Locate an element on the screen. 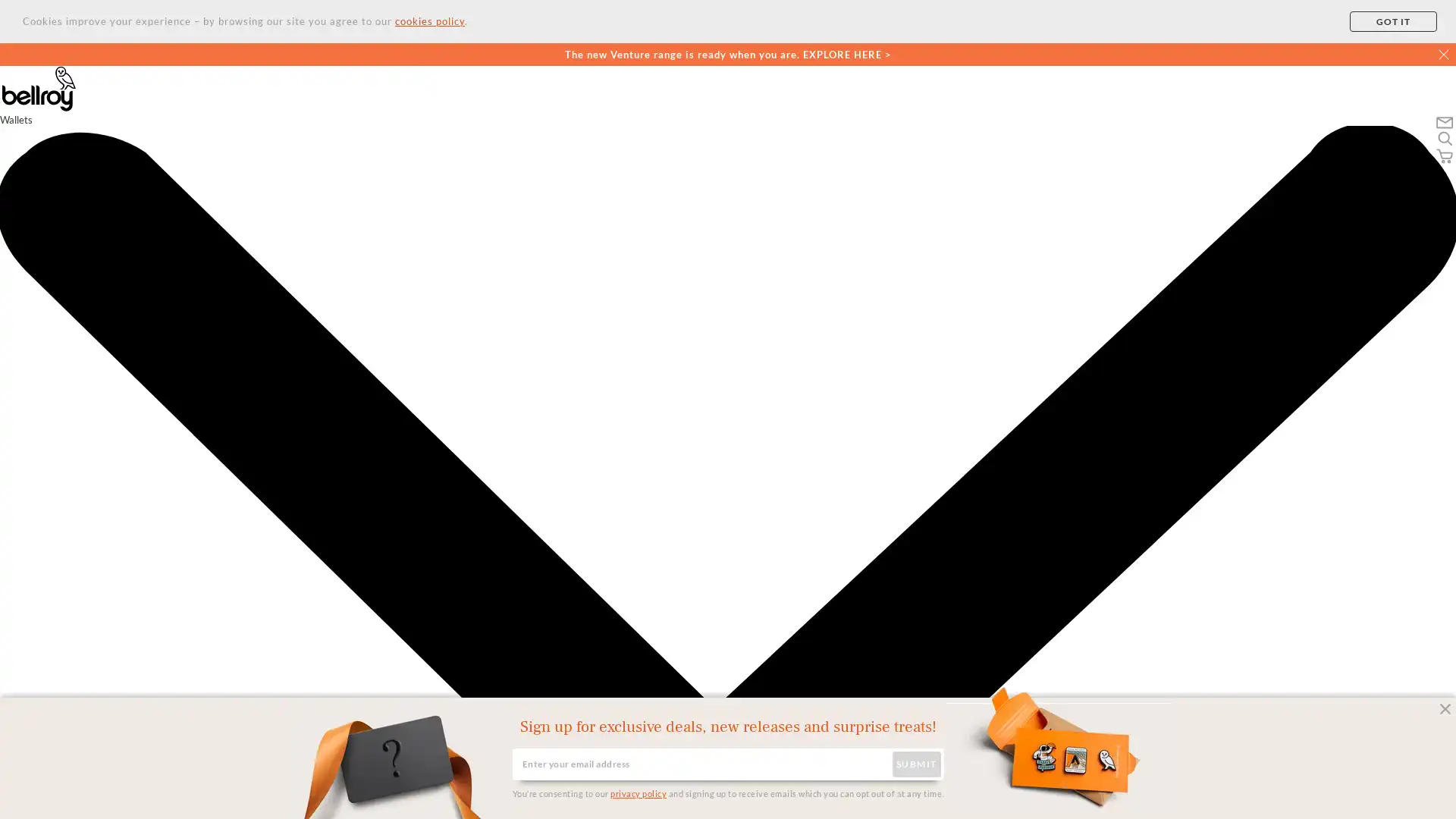  SUBMIT is located at coordinates (915, 764).